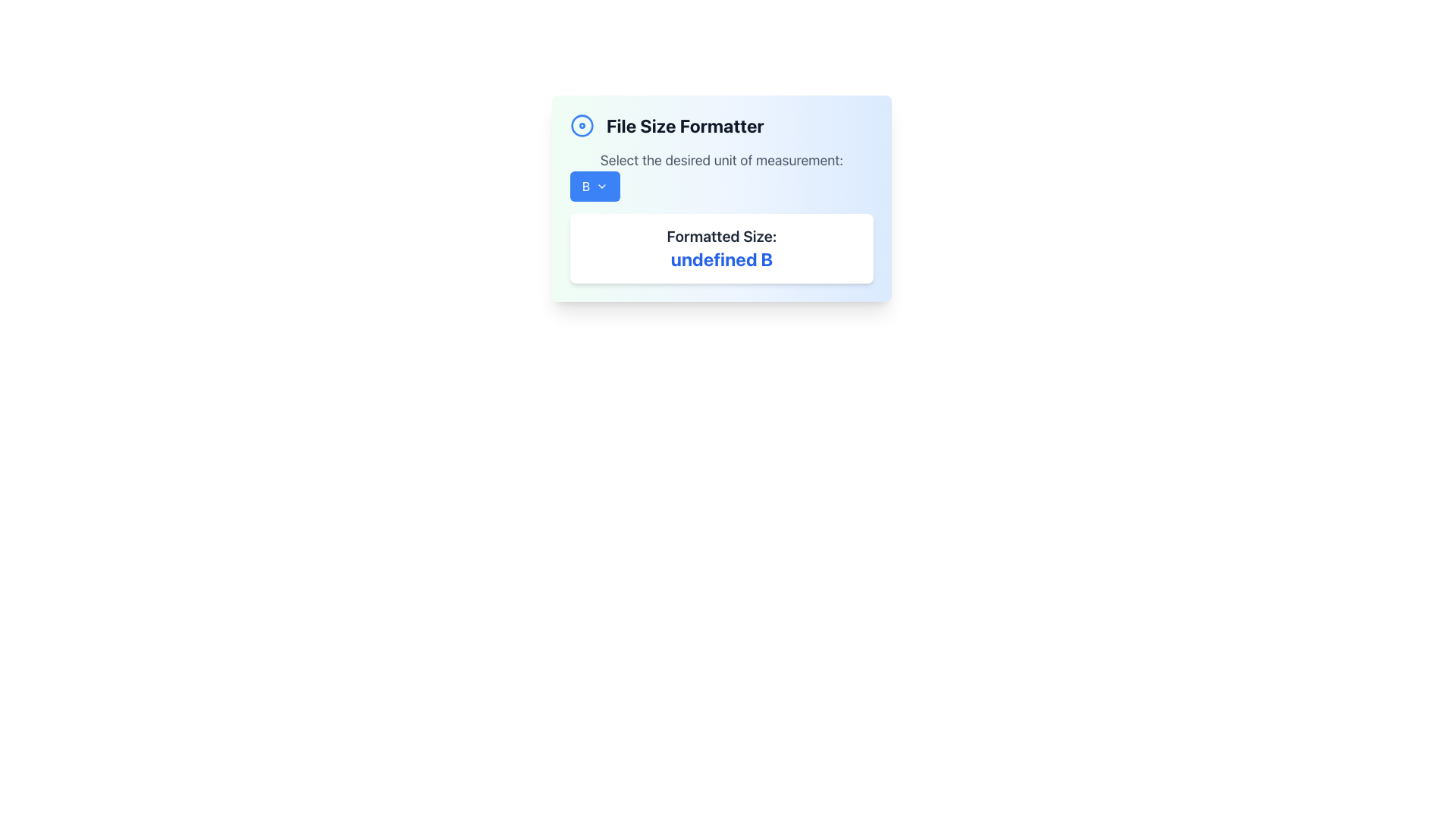 The height and width of the screenshot is (819, 1456). Describe the element at coordinates (585, 186) in the screenshot. I see `text label that indicates the category of the button located in the upper area of the modal dialog box, which is centrally positioned within the button next to a dropdown arrow icon` at that location.